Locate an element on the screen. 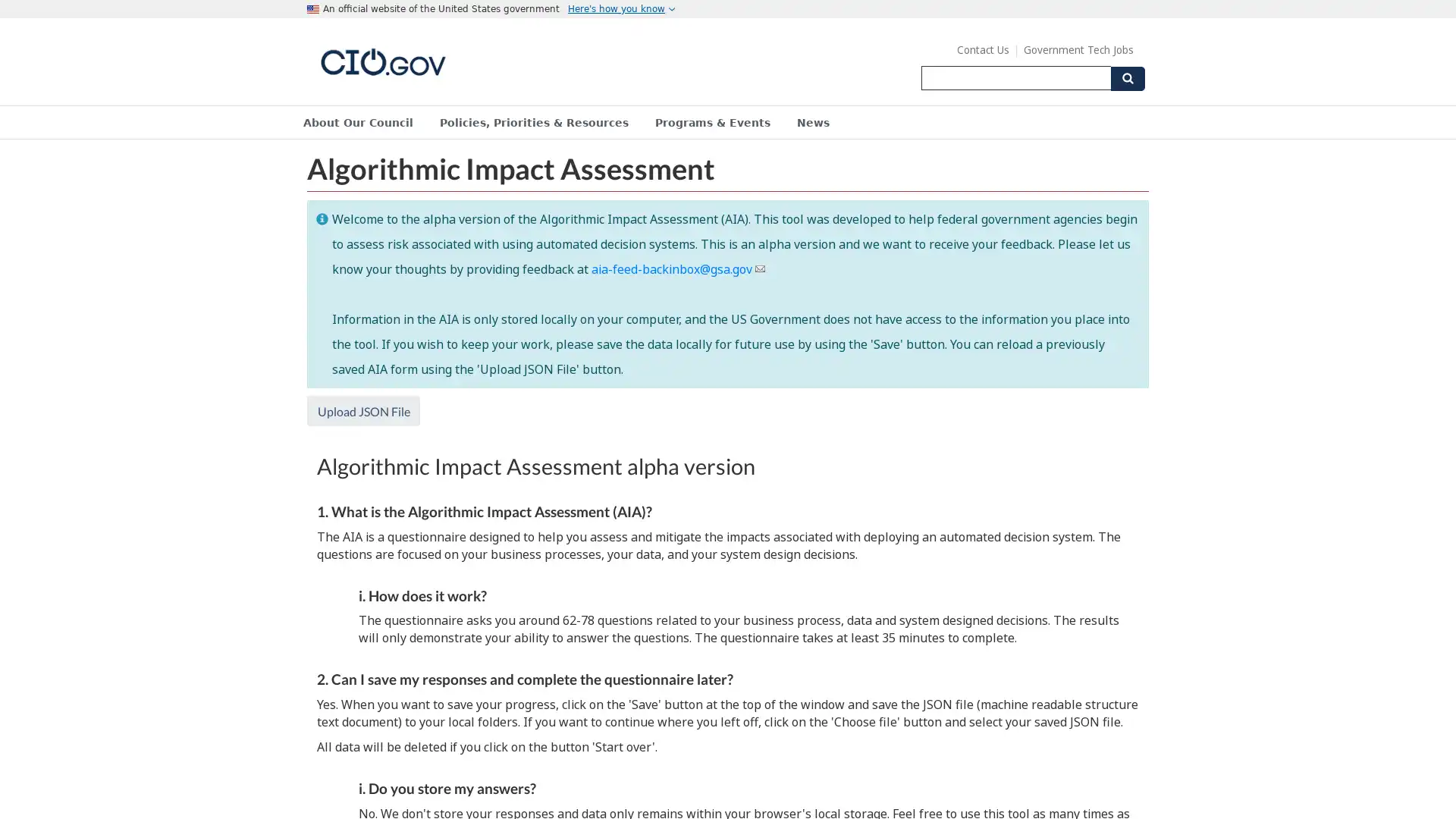 This screenshot has height=819, width=1456. Programs & Events is located at coordinates (686, 121).